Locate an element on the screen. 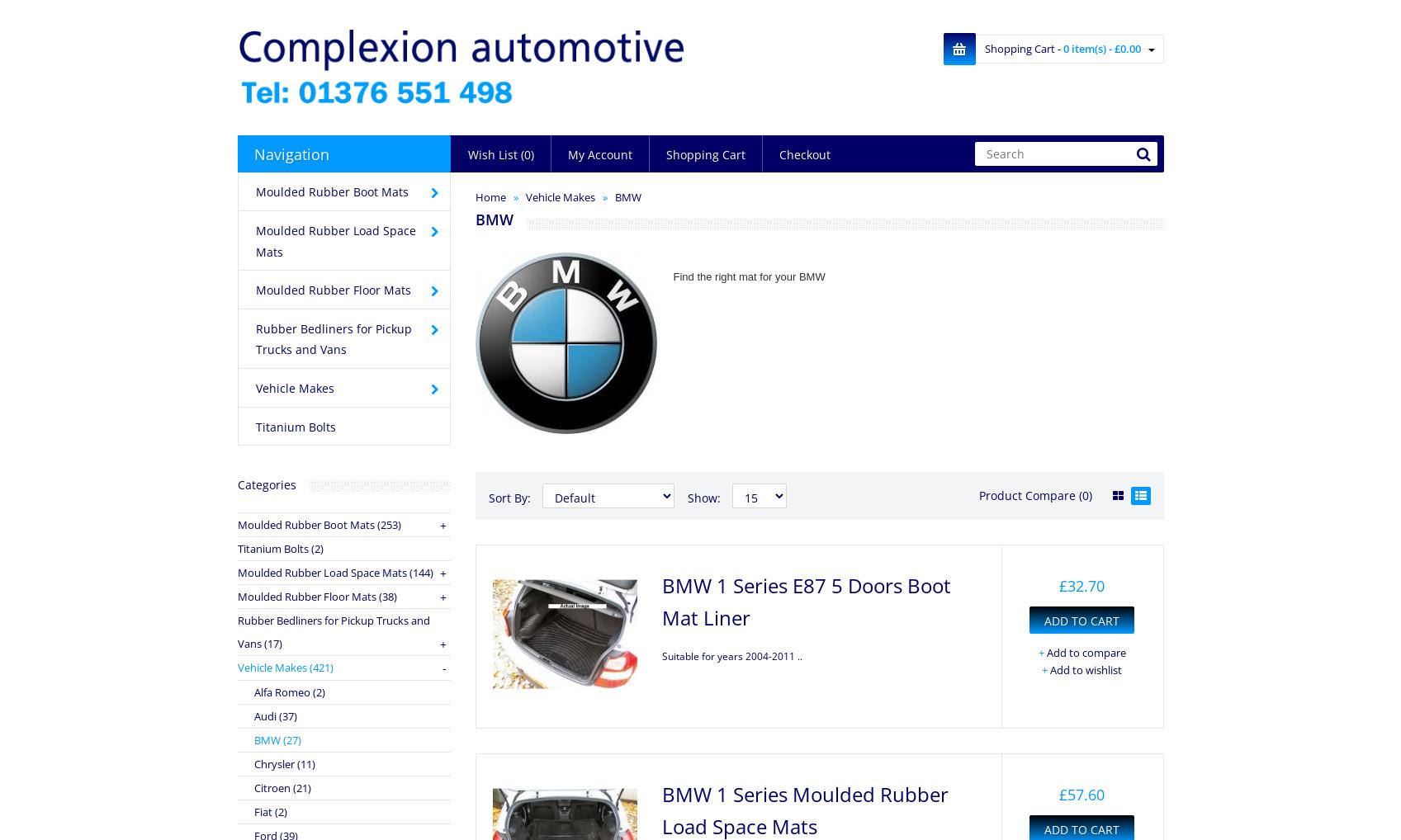 This screenshot has width=1401, height=840. 'Moulded Rubber Load Space Mats (144)' is located at coordinates (334, 572).